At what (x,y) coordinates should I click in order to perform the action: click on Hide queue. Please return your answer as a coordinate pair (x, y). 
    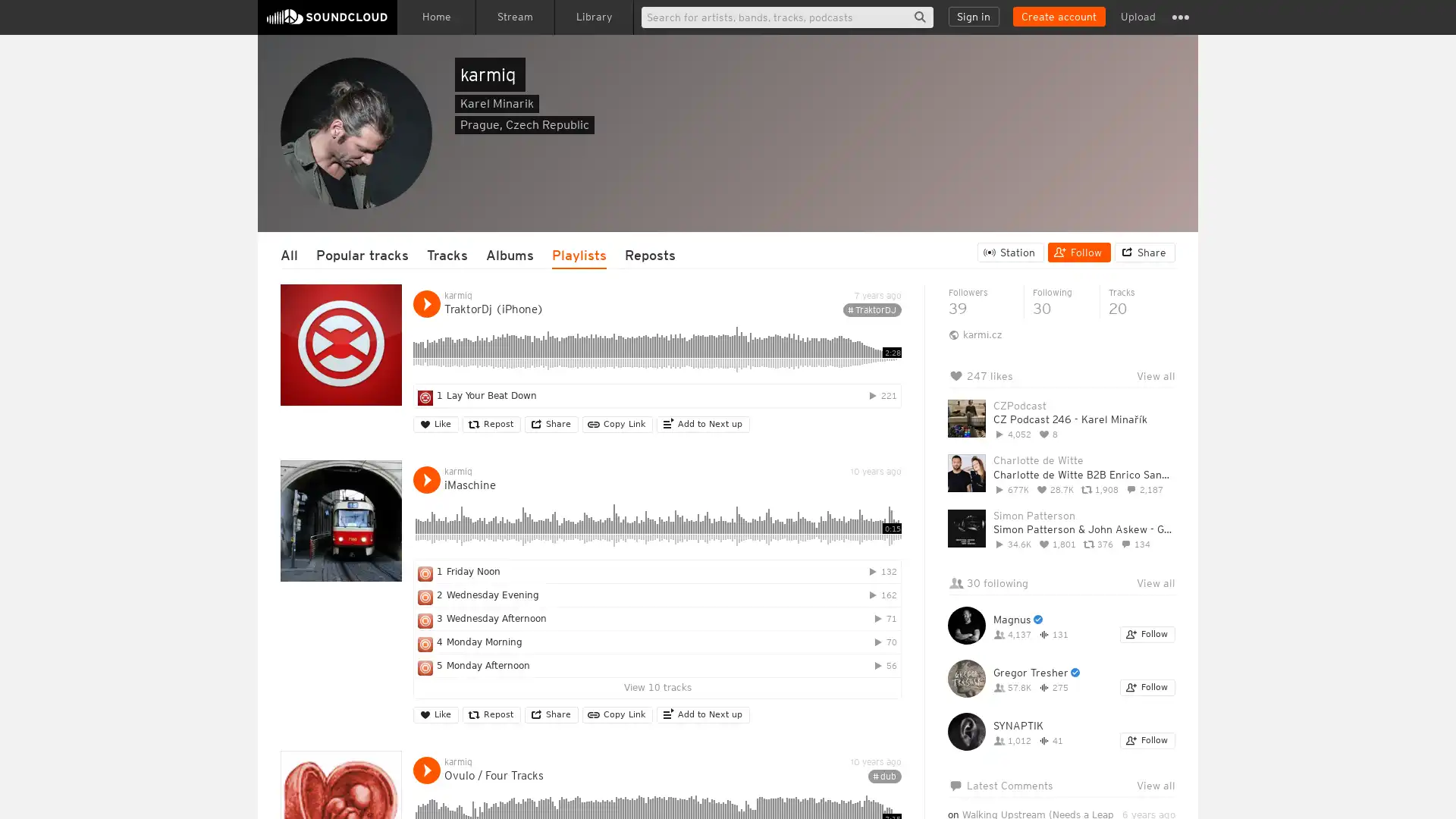
    Looking at the image, I should click on (1165, 414).